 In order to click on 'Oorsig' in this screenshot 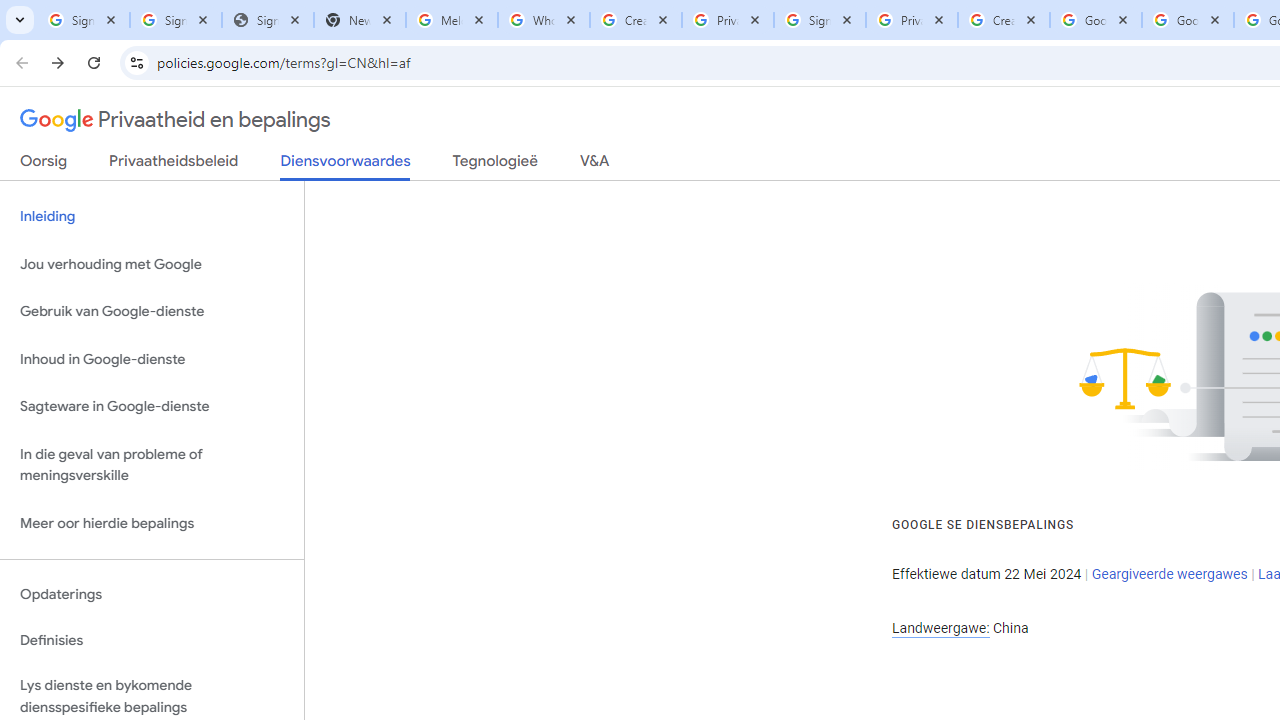, I will do `click(44, 164)`.